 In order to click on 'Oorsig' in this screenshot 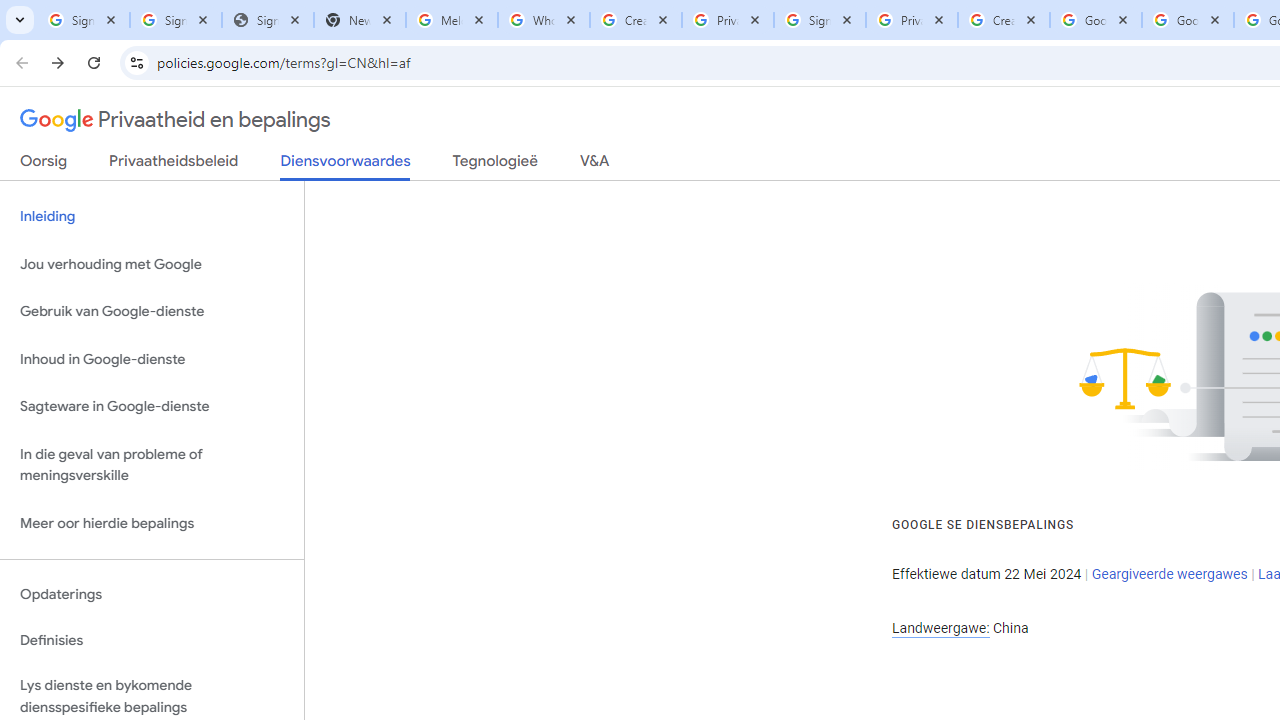, I will do `click(44, 164)`.